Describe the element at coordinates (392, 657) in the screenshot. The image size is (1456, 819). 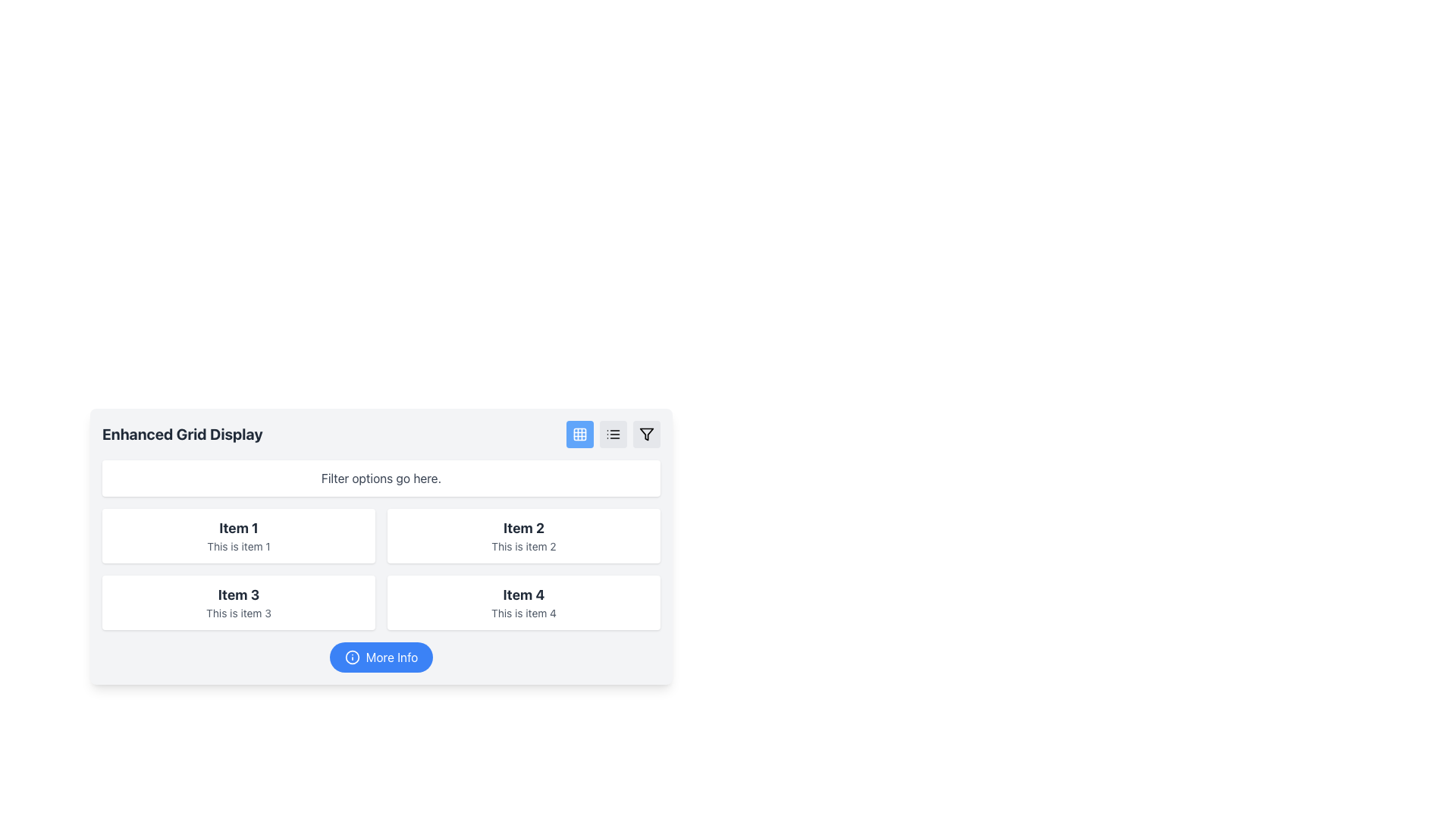
I see `text label 'More Info' that is displayed within a blue background button located at the bottom center of the interface` at that location.